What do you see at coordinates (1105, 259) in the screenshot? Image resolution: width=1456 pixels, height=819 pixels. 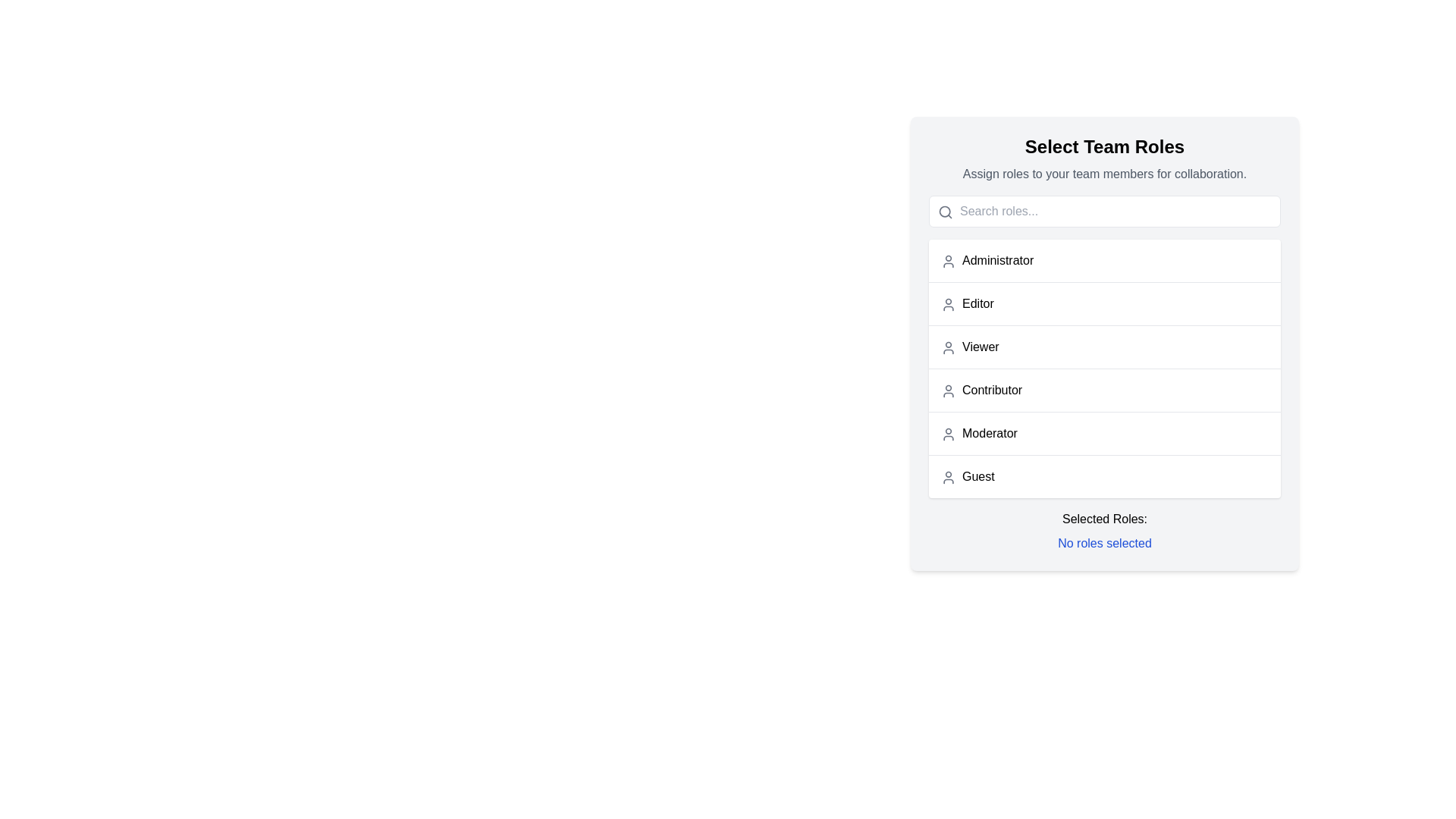 I see `the 'Administrator' list item, which is the first option in a list of user roles` at bounding box center [1105, 259].